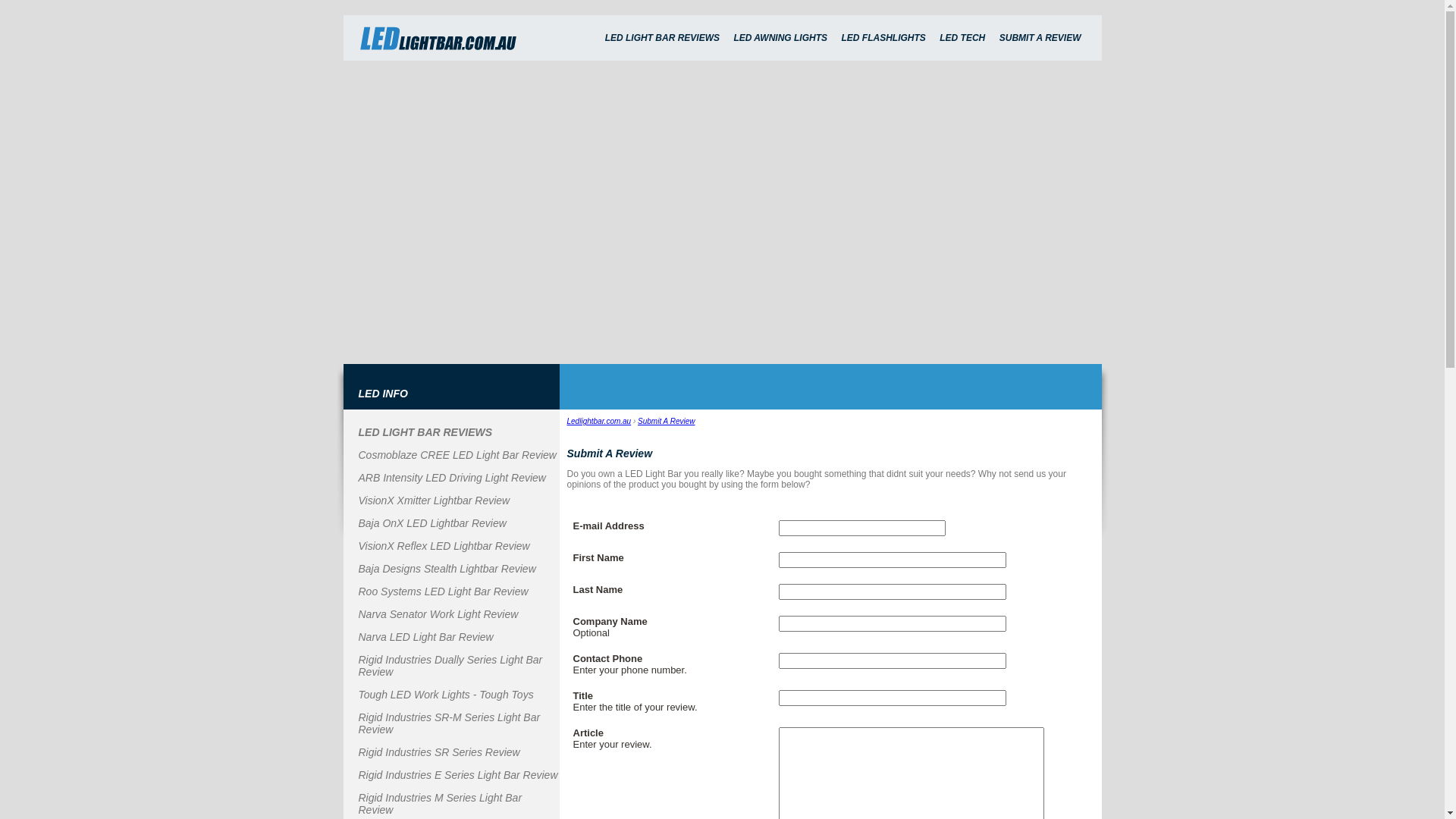  I want to click on 'VisionX Xmitter Lightbar Review', so click(432, 500).